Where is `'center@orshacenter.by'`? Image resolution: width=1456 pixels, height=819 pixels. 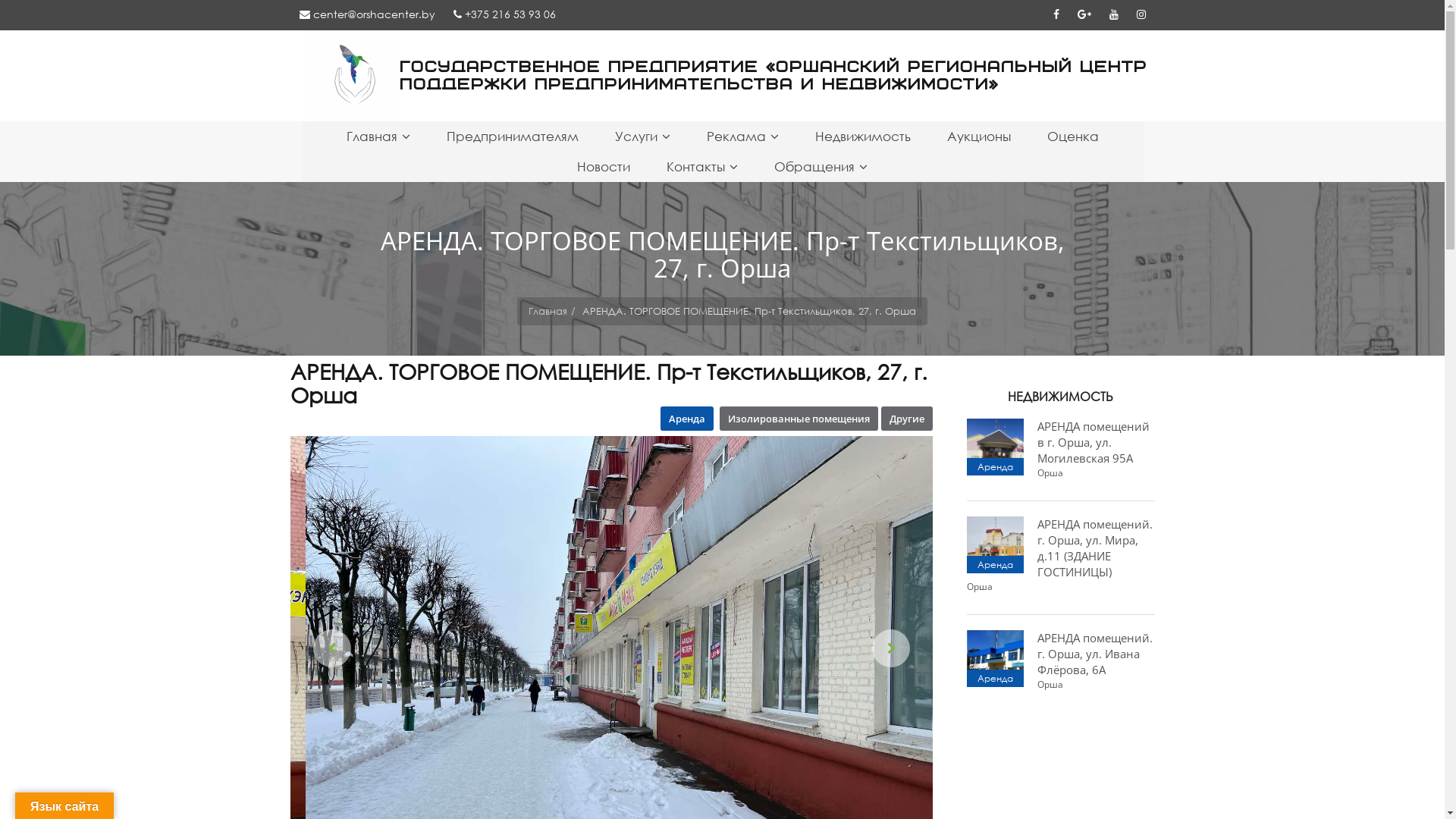
'center@orshacenter.by' is located at coordinates (366, 14).